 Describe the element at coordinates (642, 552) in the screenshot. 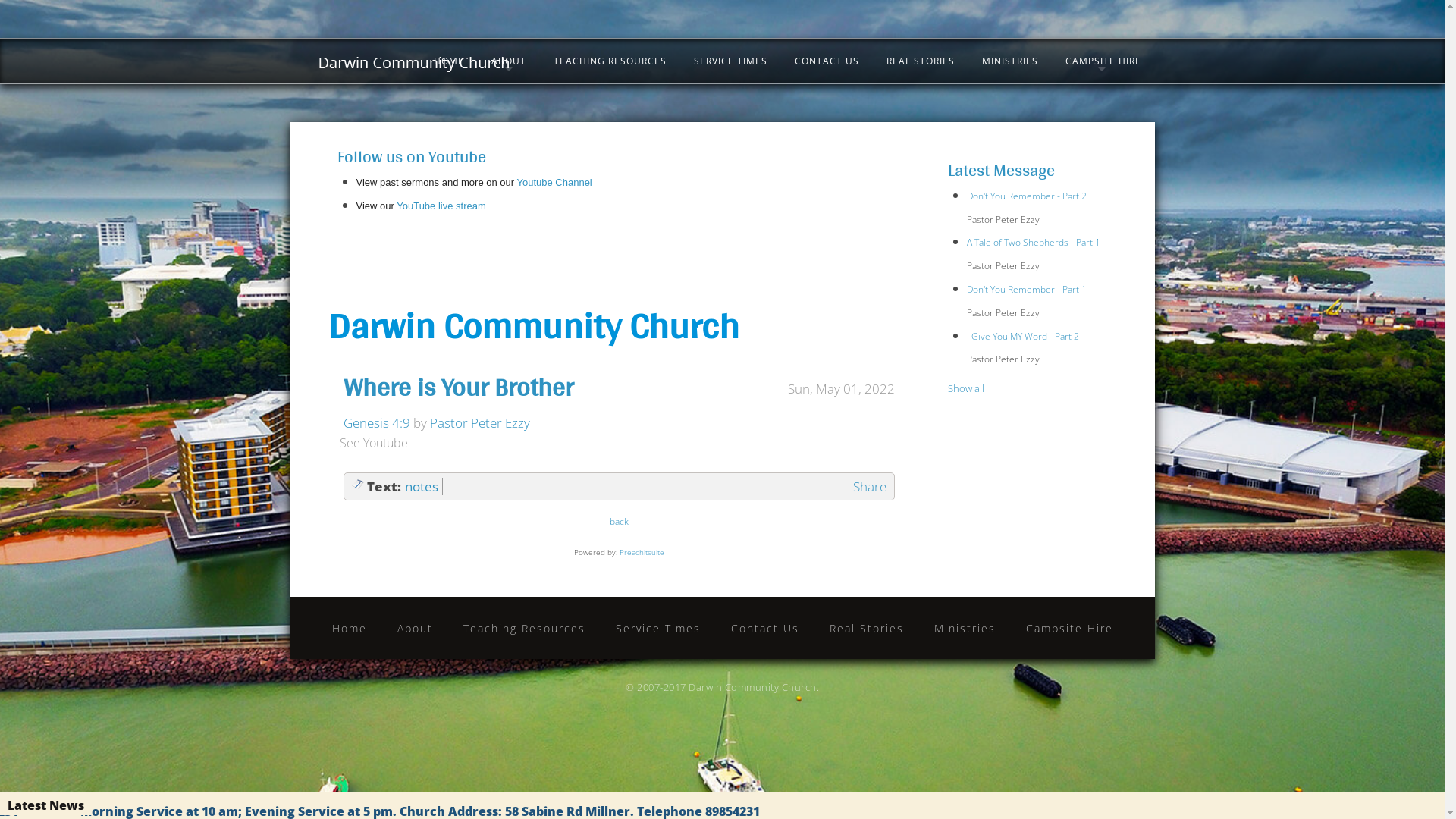

I see `'Preachitsuite'` at that location.